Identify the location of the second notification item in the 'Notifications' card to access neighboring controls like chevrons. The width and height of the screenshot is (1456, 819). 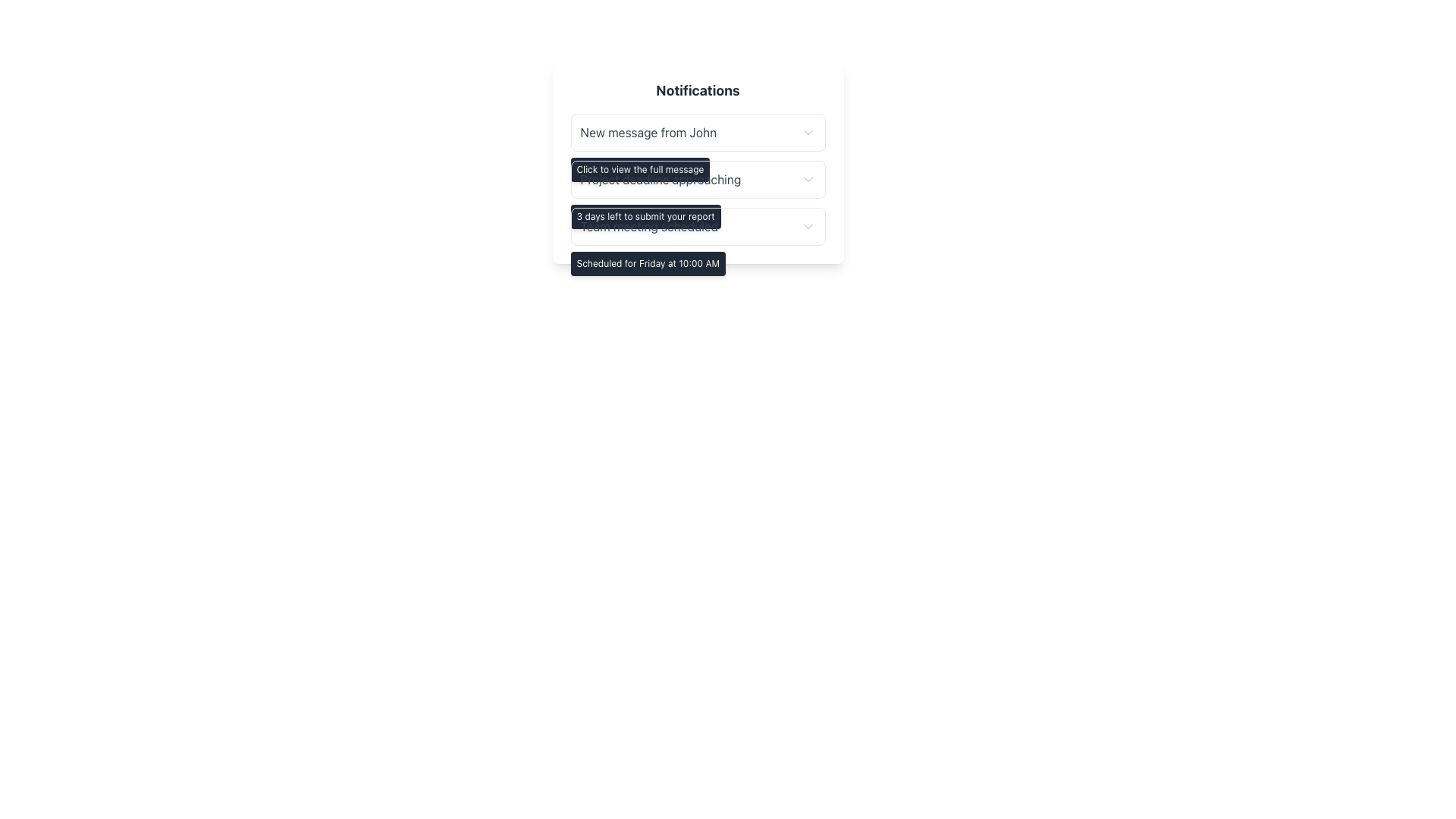
(697, 178).